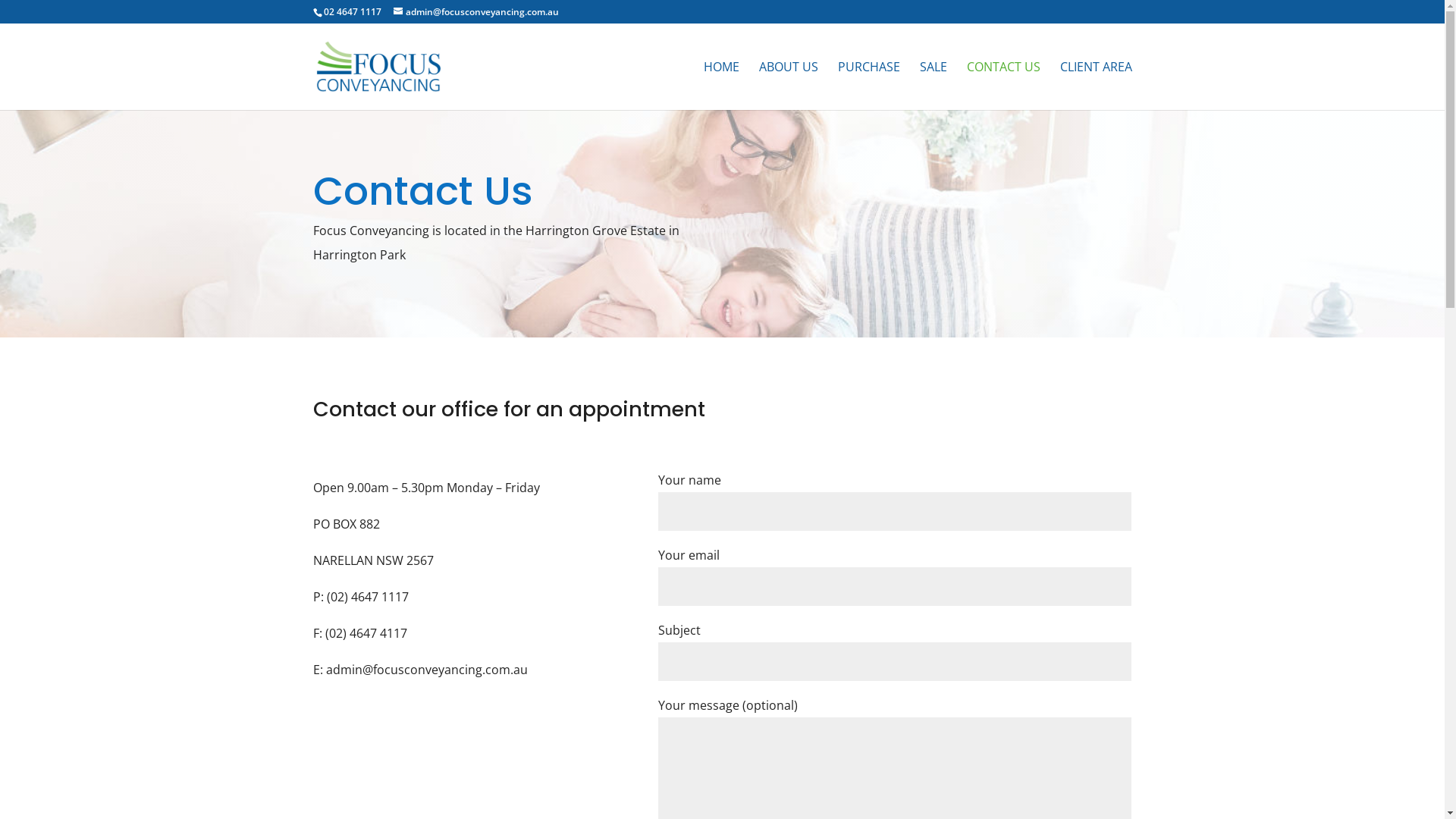  Describe the element at coordinates (1003, 85) in the screenshot. I see `'CONTACT US'` at that location.